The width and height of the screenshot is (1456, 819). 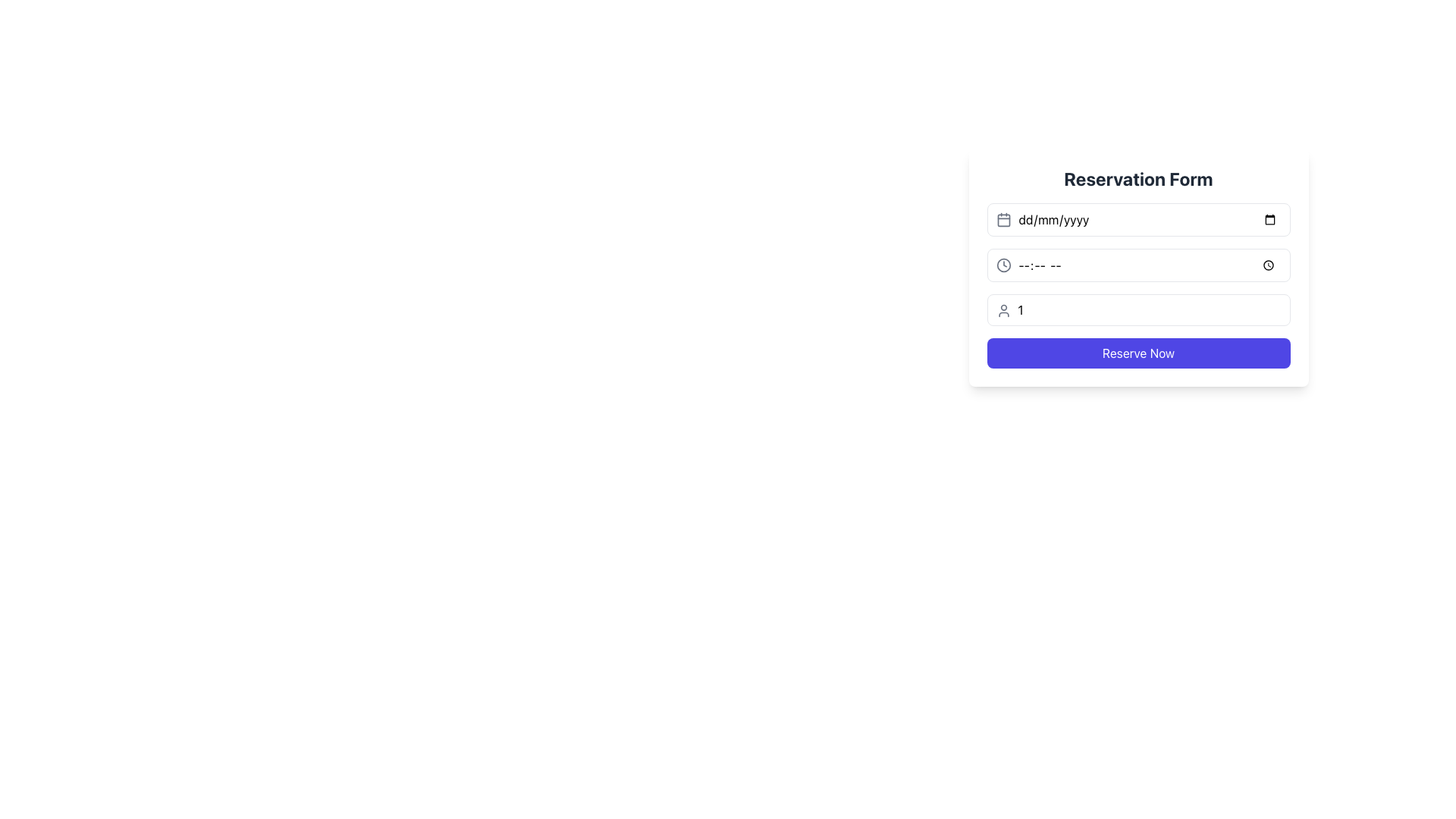 I want to click on the reservation form to focus on the input fields, so click(x=1138, y=267).